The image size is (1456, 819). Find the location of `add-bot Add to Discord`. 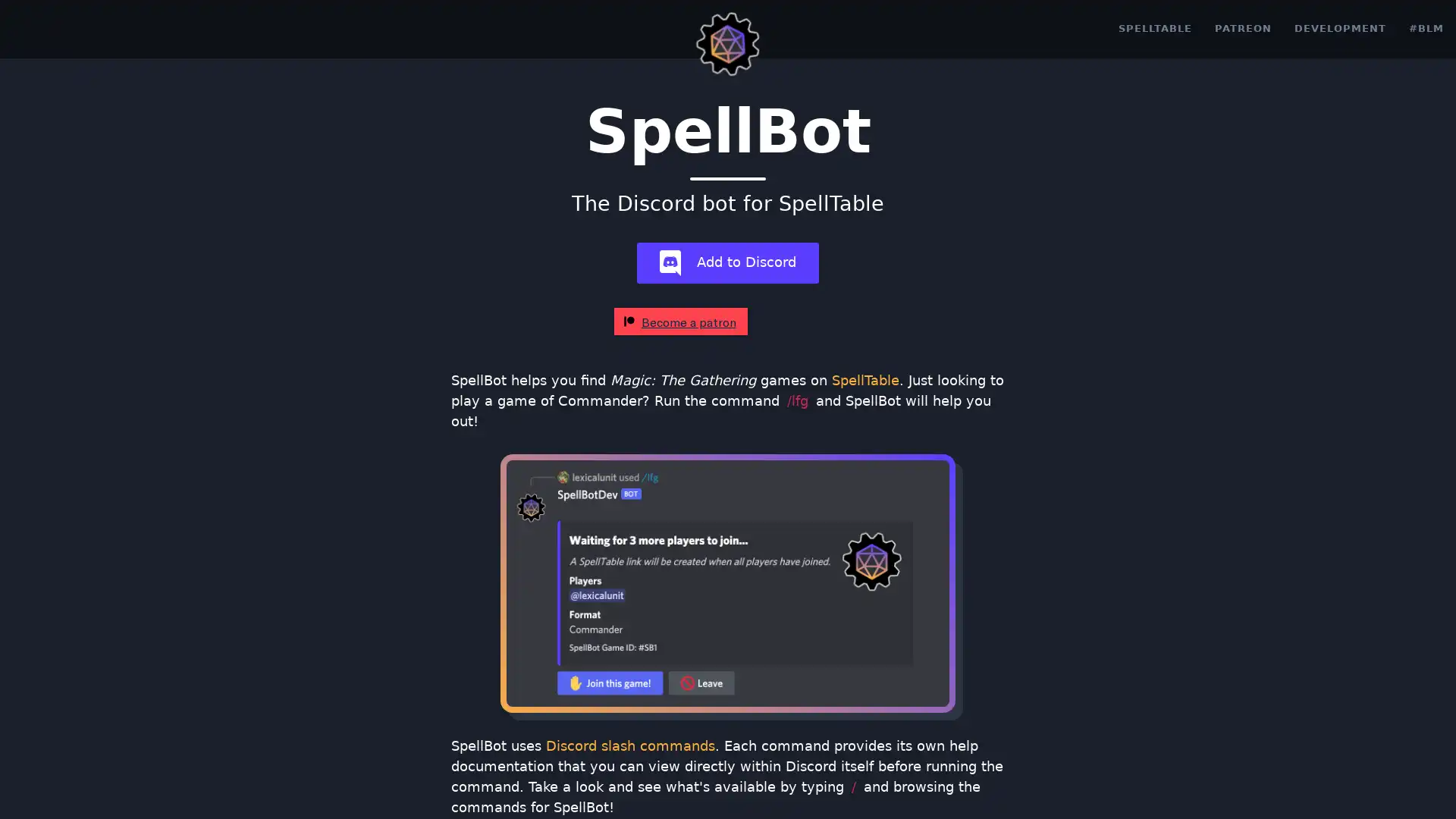

add-bot Add to Discord is located at coordinates (728, 262).